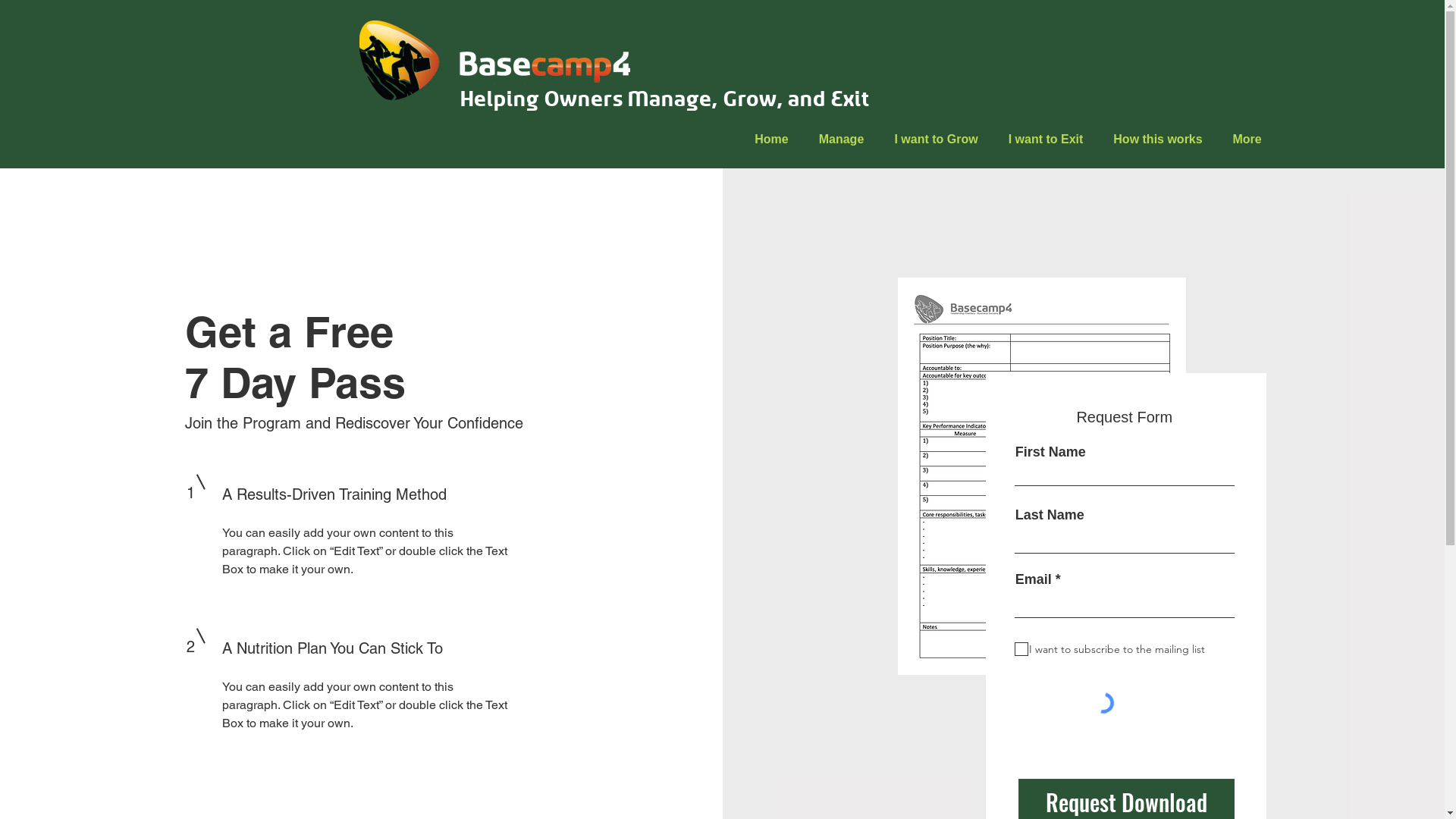 The image size is (1456, 819). What do you see at coordinates (880, 140) in the screenshot?
I see `'I want to Grow'` at bounding box center [880, 140].